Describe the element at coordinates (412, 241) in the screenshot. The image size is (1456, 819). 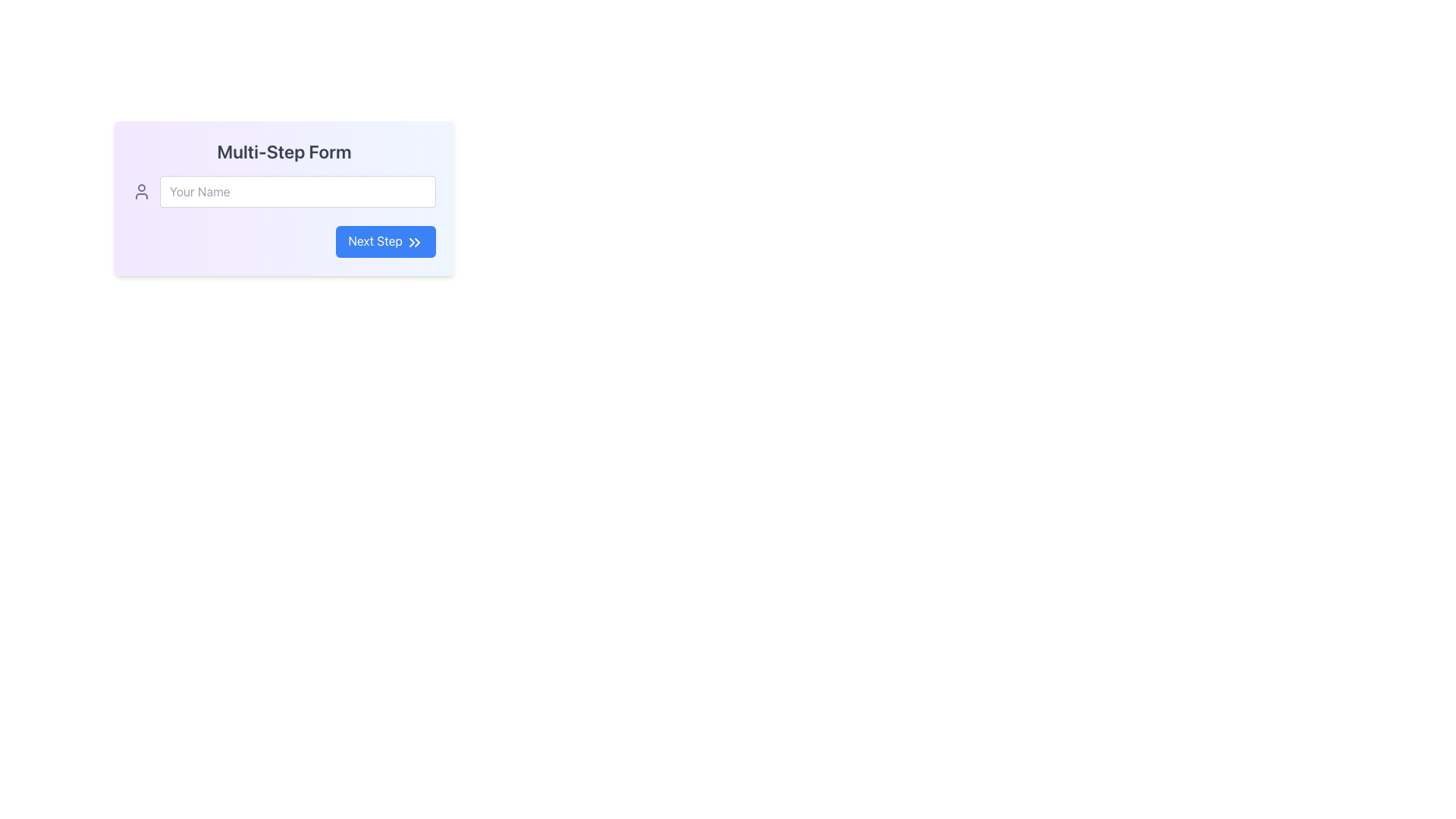
I see `the first chevron icon which is located within the button to the right of the 'Your Name' text input box and below the 'Multi-Step Form' heading` at that location.